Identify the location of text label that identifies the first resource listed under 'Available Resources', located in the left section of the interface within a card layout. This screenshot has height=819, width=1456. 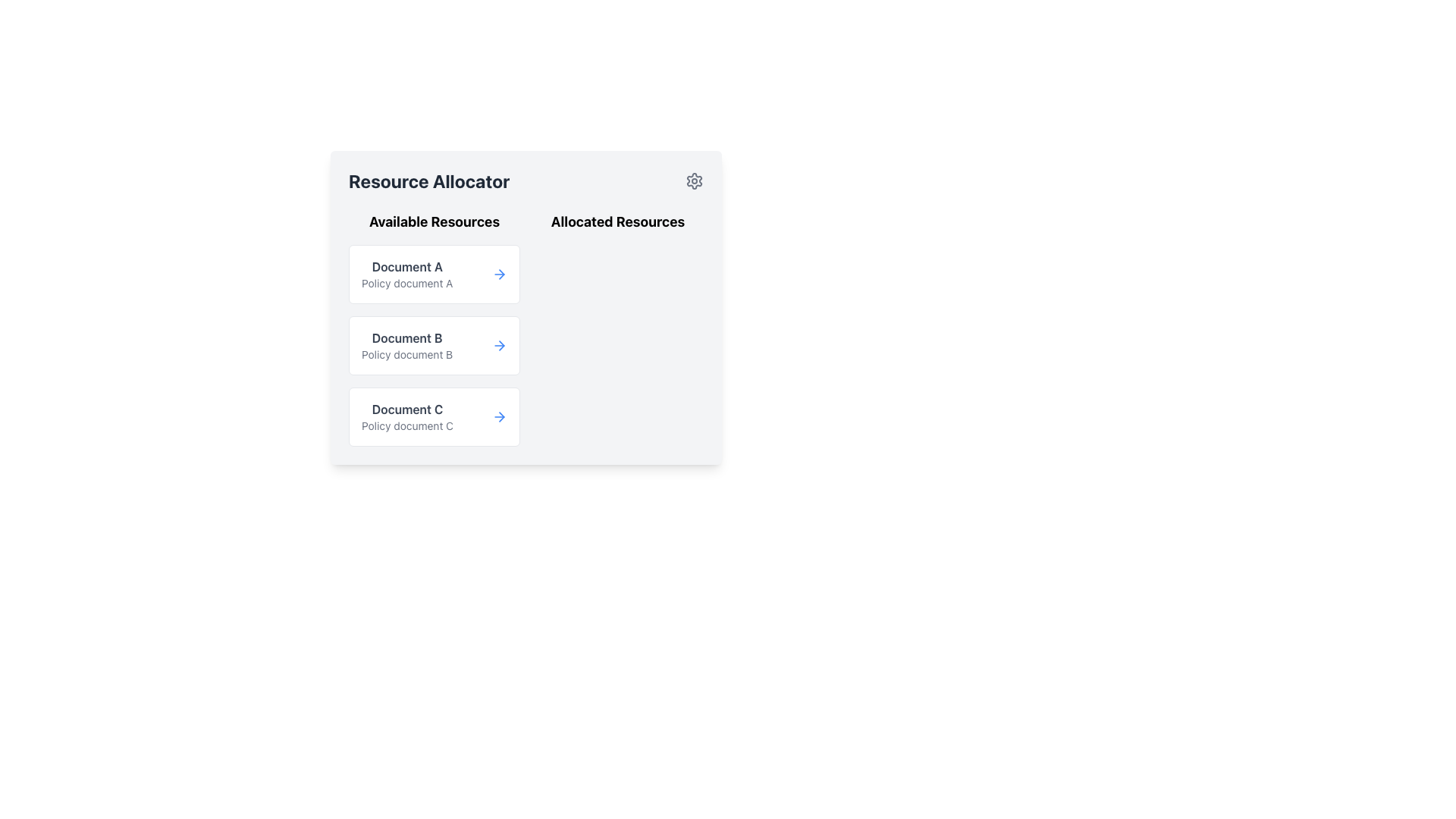
(407, 265).